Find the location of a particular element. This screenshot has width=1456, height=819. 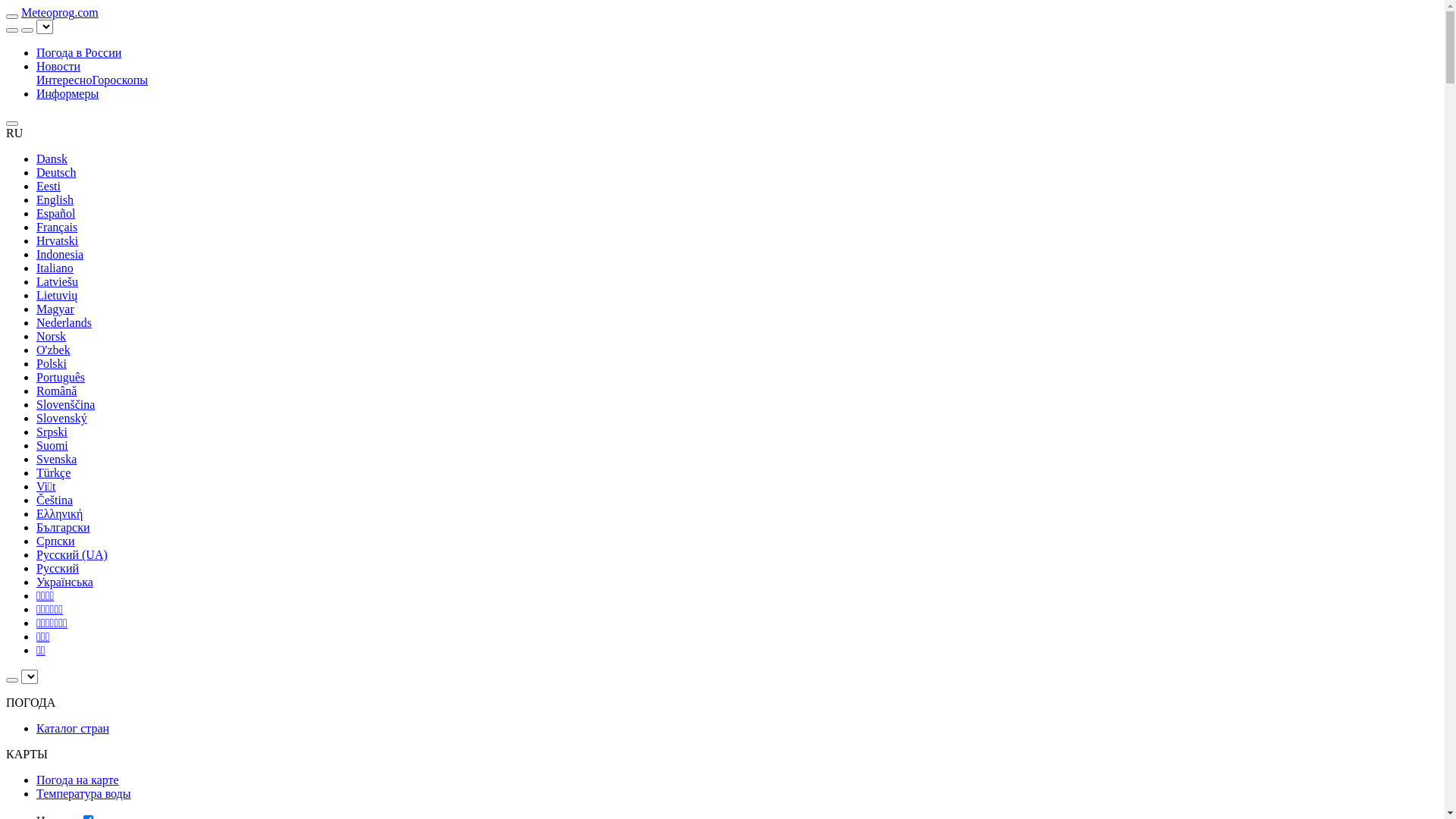

'Nederlands' is located at coordinates (63, 322).